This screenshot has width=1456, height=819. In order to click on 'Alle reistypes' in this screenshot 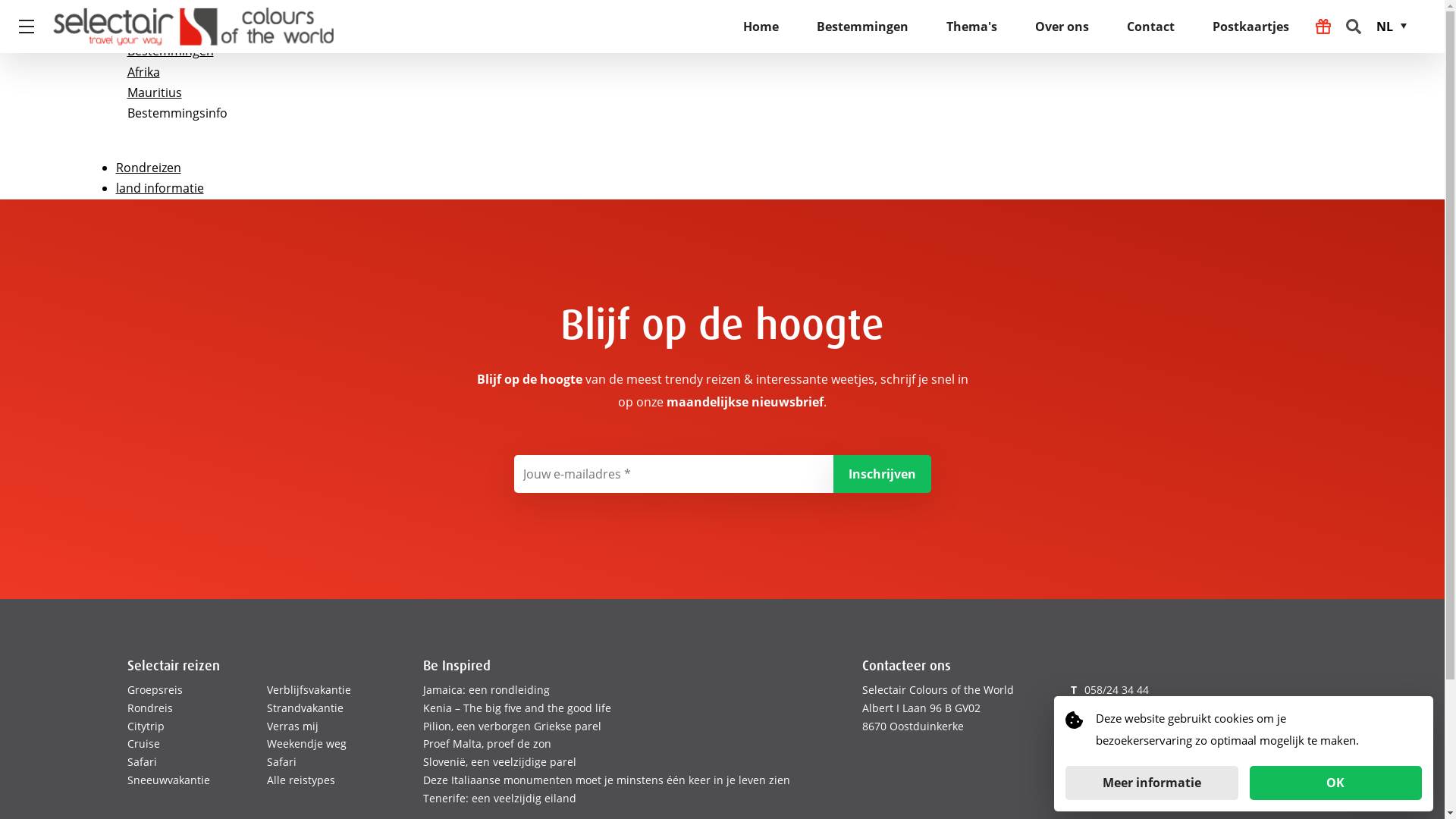, I will do `click(301, 780)`.